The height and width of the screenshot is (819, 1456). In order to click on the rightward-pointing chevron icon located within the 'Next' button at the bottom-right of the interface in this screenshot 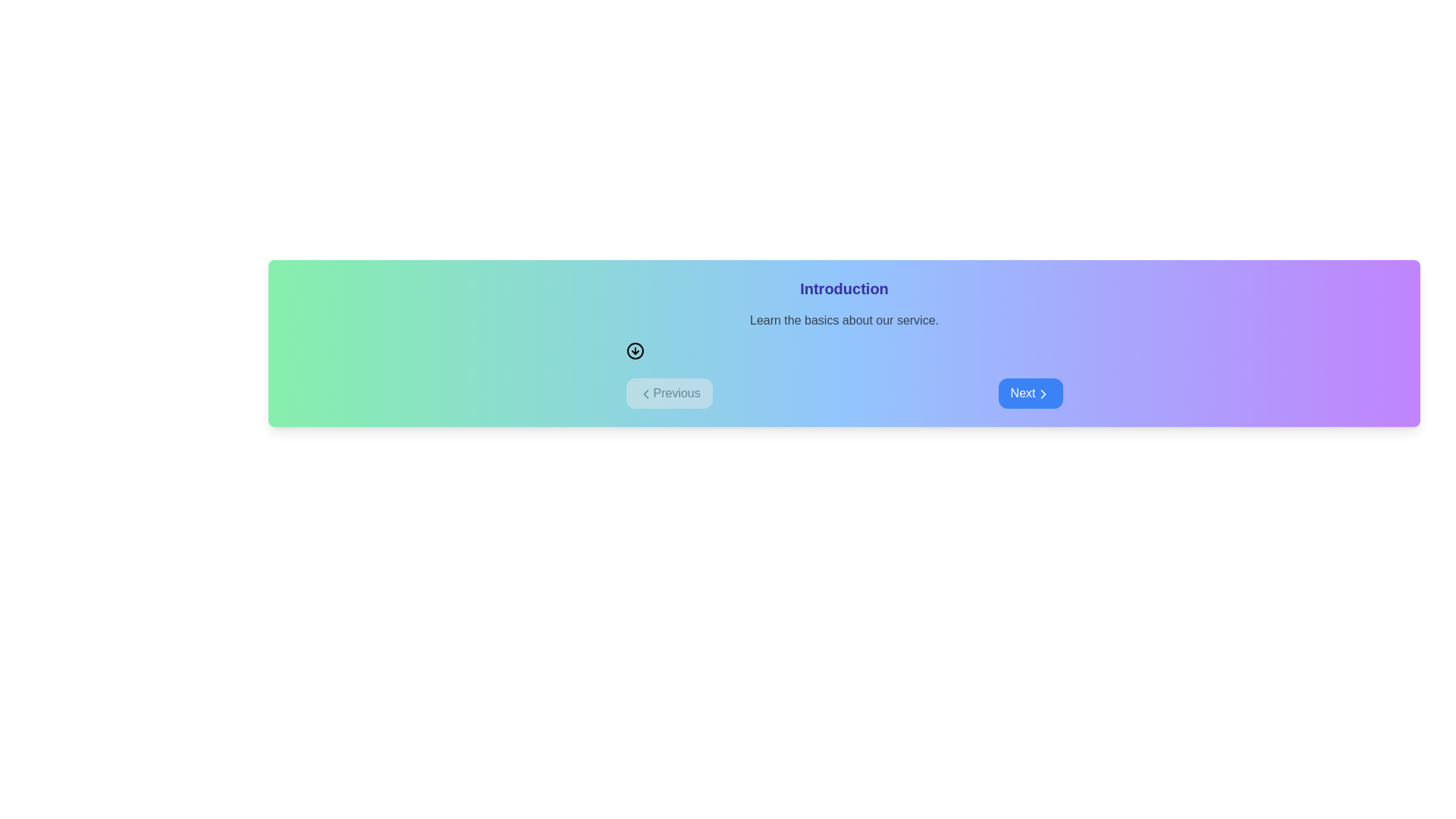, I will do `click(1042, 393)`.